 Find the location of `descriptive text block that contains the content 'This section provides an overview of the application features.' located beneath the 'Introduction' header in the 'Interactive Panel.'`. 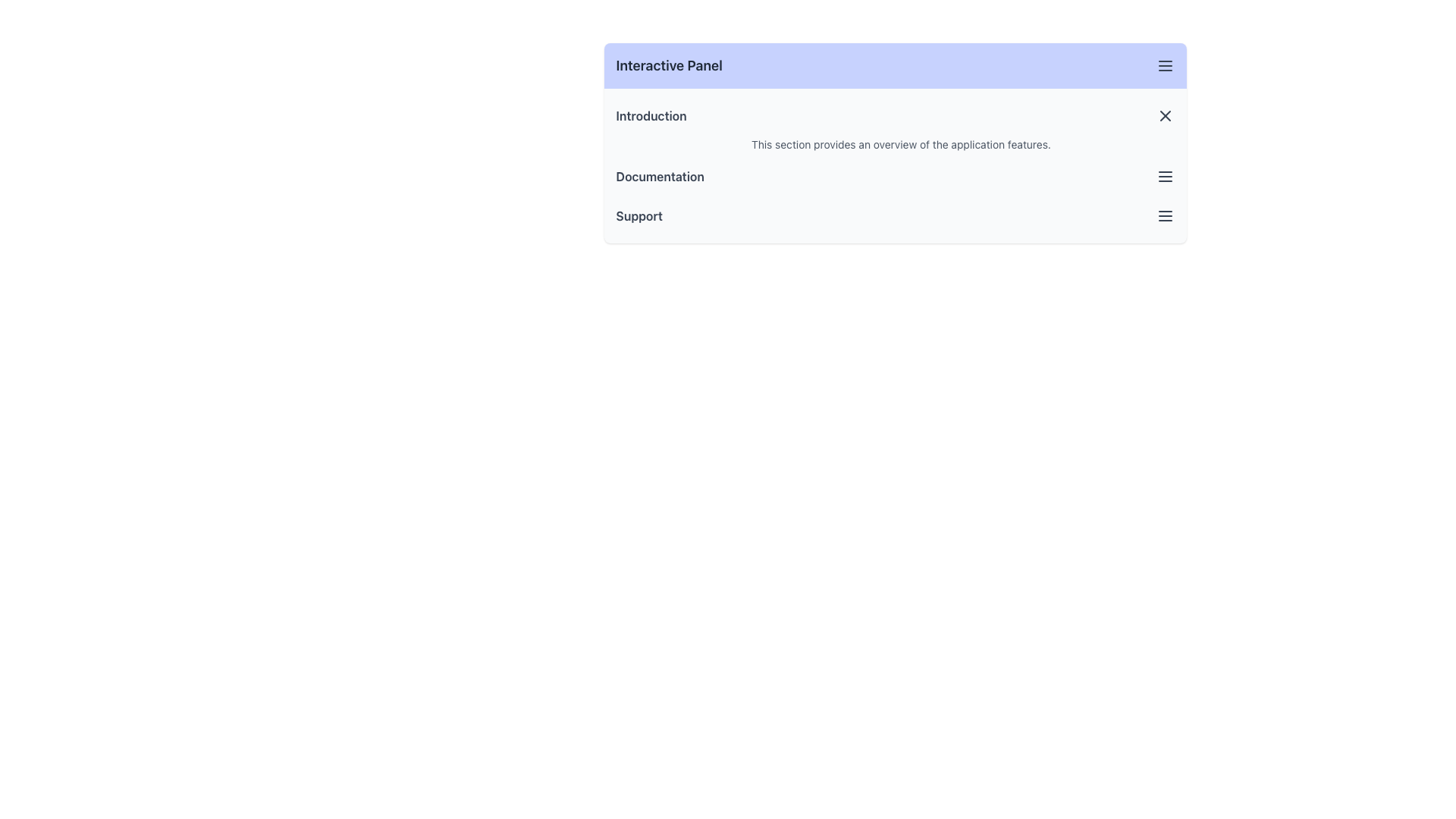

descriptive text block that contains the content 'This section provides an overview of the application features.' located beneath the 'Introduction' header in the 'Interactive Panel.' is located at coordinates (895, 145).